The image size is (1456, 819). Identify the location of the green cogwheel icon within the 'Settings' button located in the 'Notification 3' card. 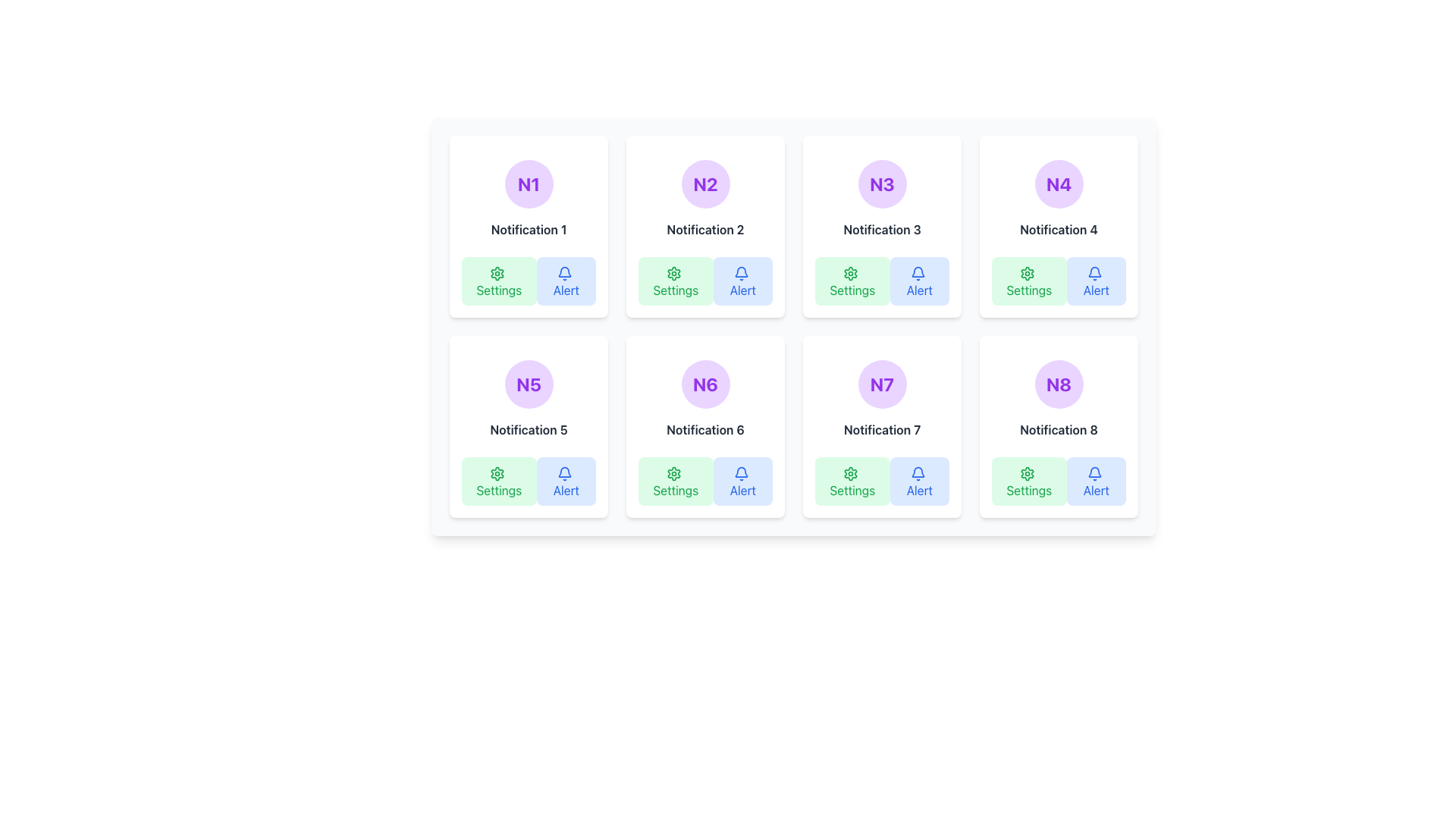
(851, 273).